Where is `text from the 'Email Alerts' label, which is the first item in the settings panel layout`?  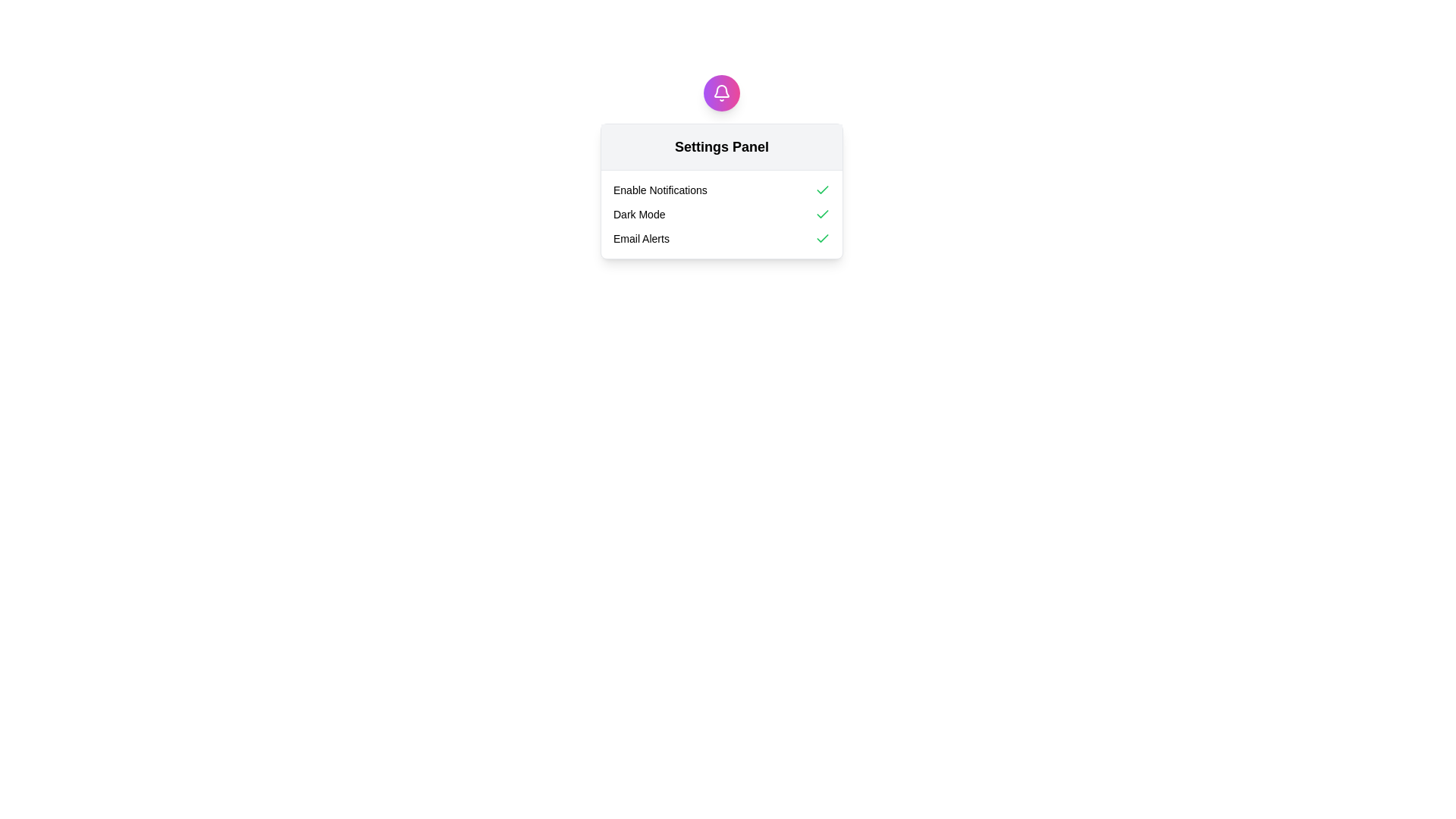 text from the 'Email Alerts' label, which is the first item in the settings panel layout is located at coordinates (641, 239).